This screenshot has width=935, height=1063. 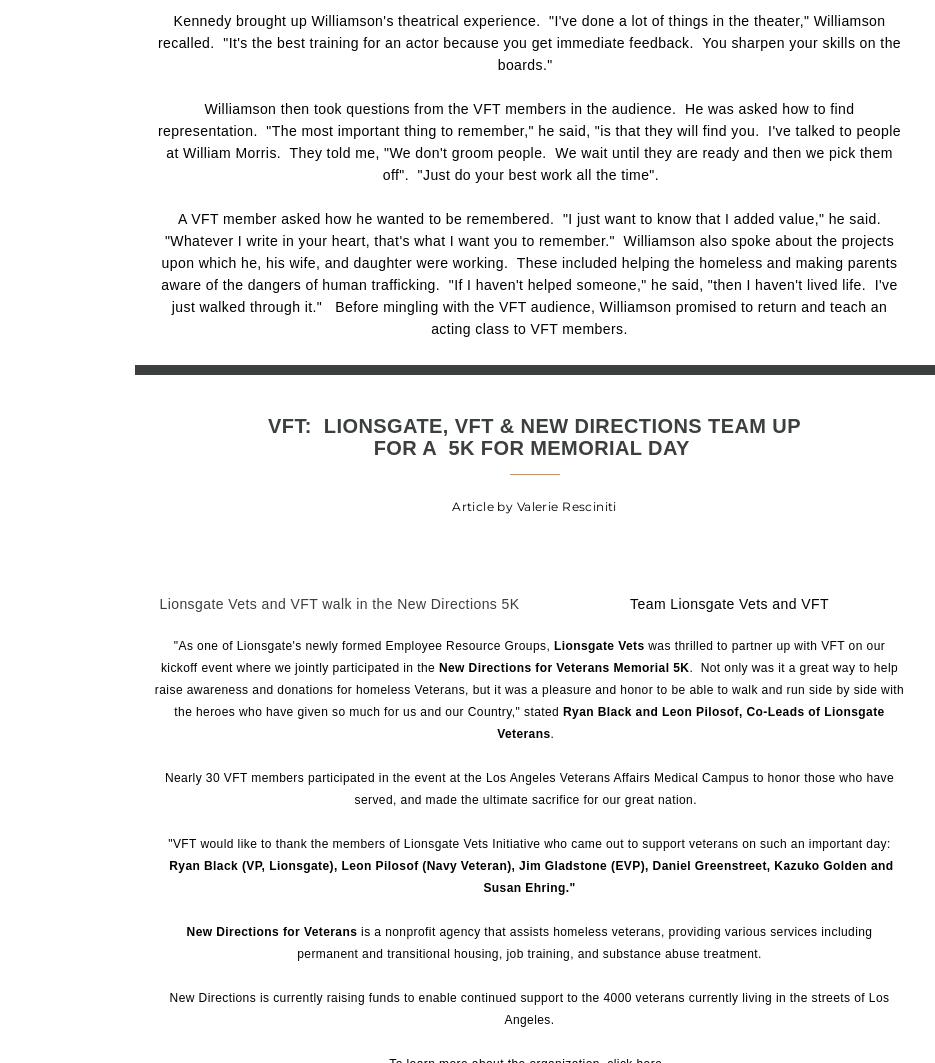 I want to click on 'is a nonprofit agency that assists homeless veterans, providing various services including permanent and transitional housing, job training, and substance abuse treatment.', so click(x=295, y=941).